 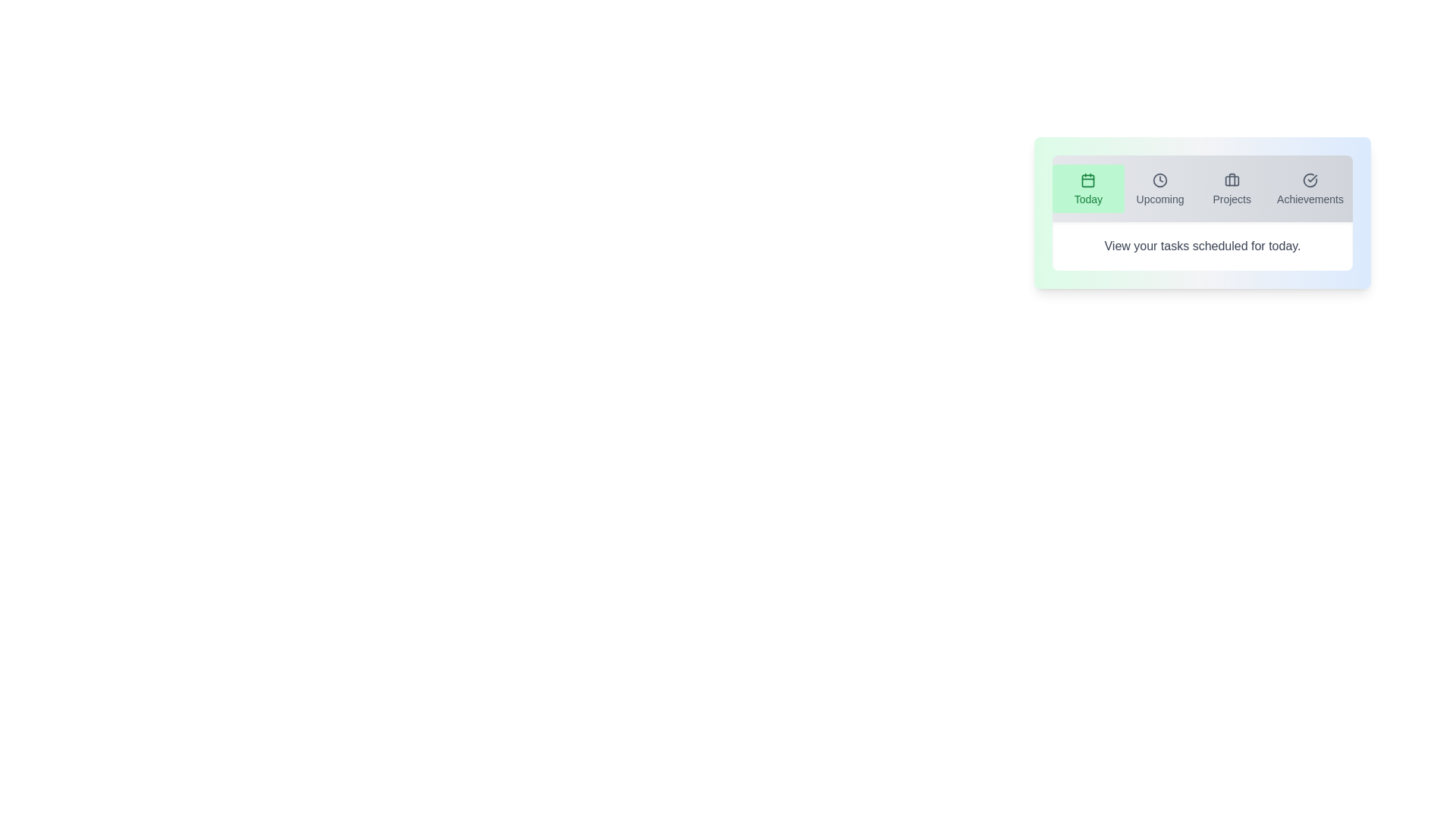 What do you see at coordinates (1159, 188) in the screenshot?
I see `the tab labeled Upcoming` at bounding box center [1159, 188].